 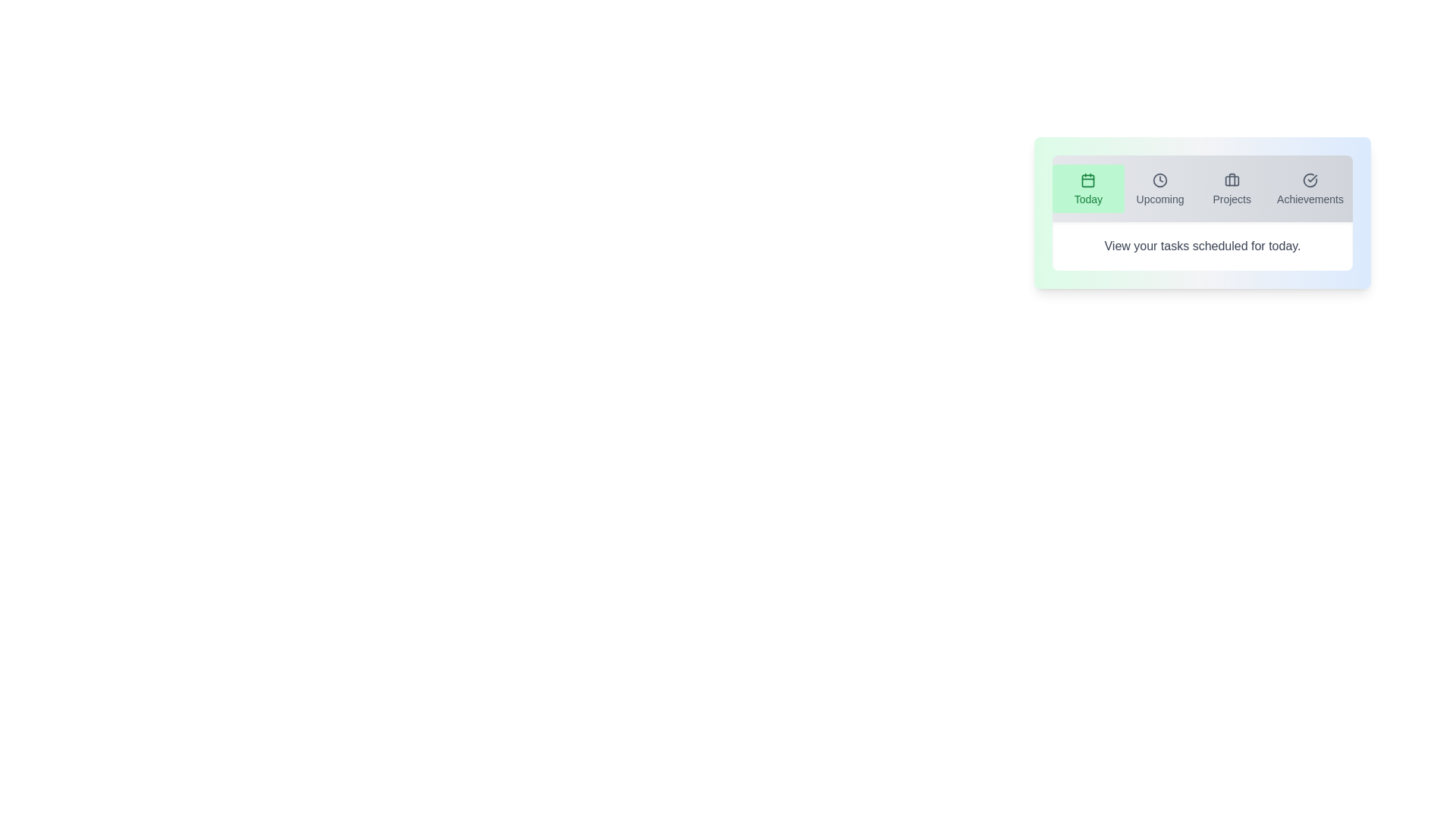 What do you see at coordinates (1159, 188) in the screenshot?
I see `the tab labeled Upcoming` at bounding box center [1159, 188].